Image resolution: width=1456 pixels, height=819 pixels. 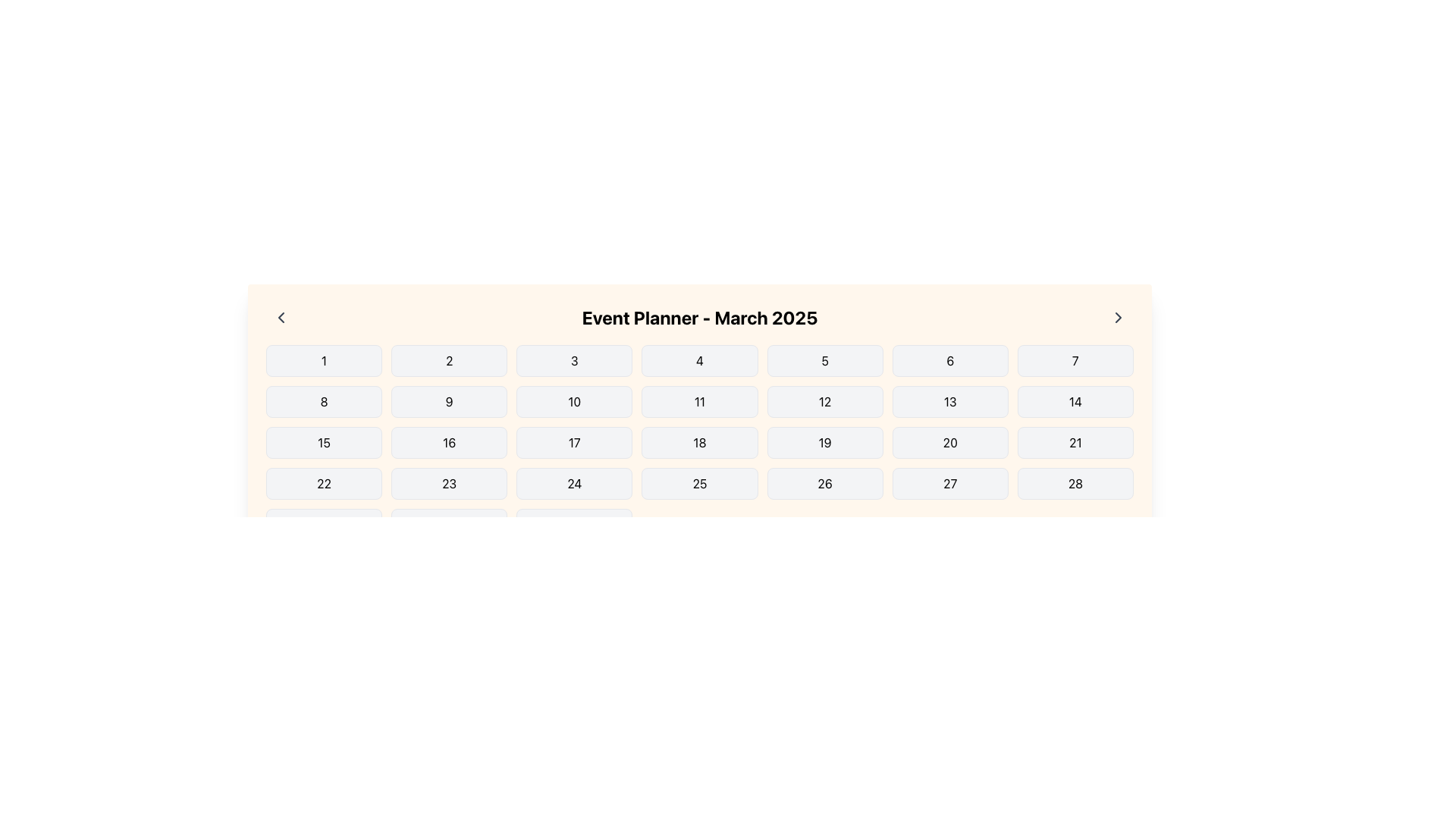 I want to click on the Calendar Date Cell representing the day '28', so click(x=1075, y=483).